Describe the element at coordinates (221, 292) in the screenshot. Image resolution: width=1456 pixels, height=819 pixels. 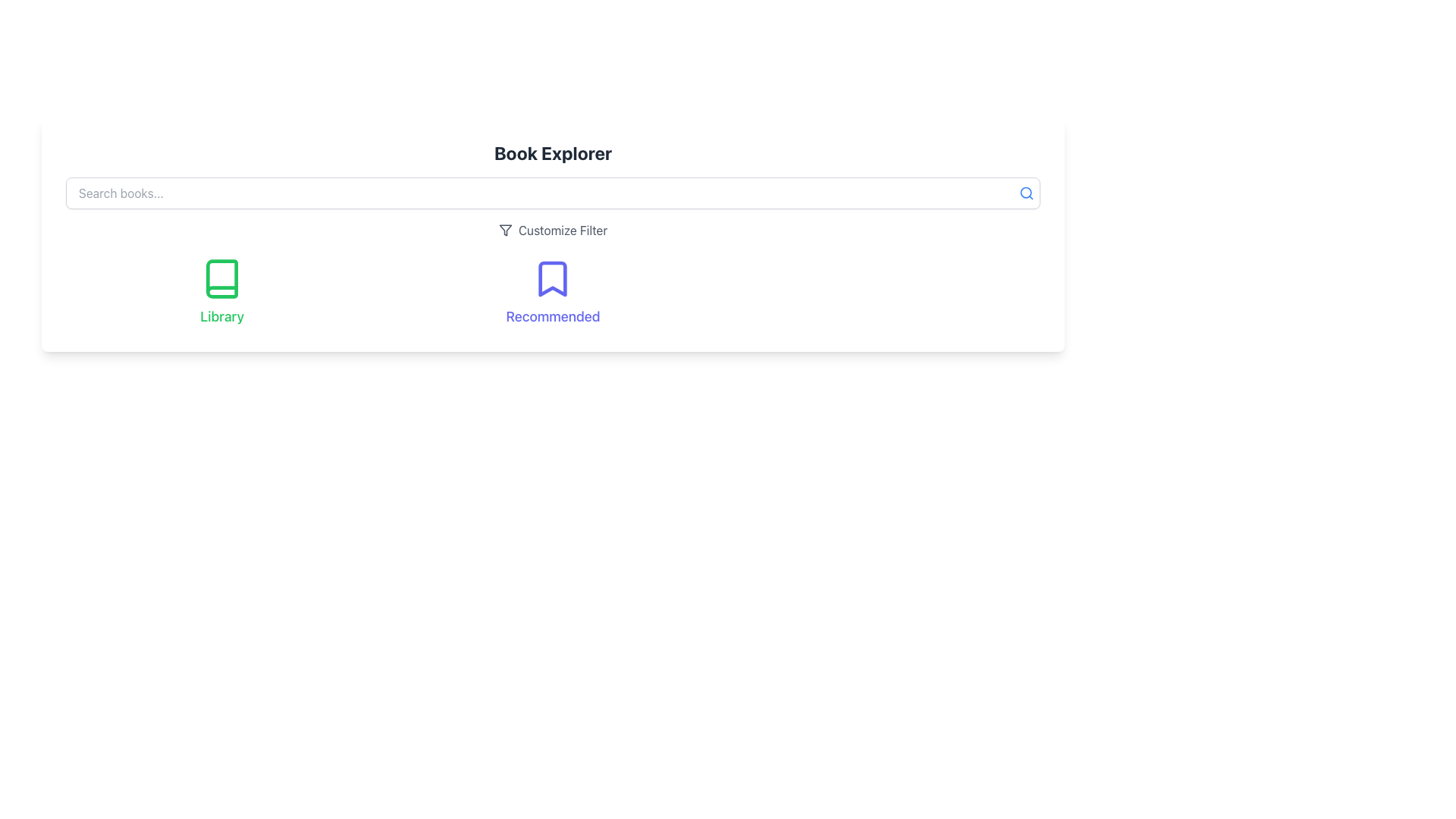
I see `the clickable 'Library' navigation button` at that location.